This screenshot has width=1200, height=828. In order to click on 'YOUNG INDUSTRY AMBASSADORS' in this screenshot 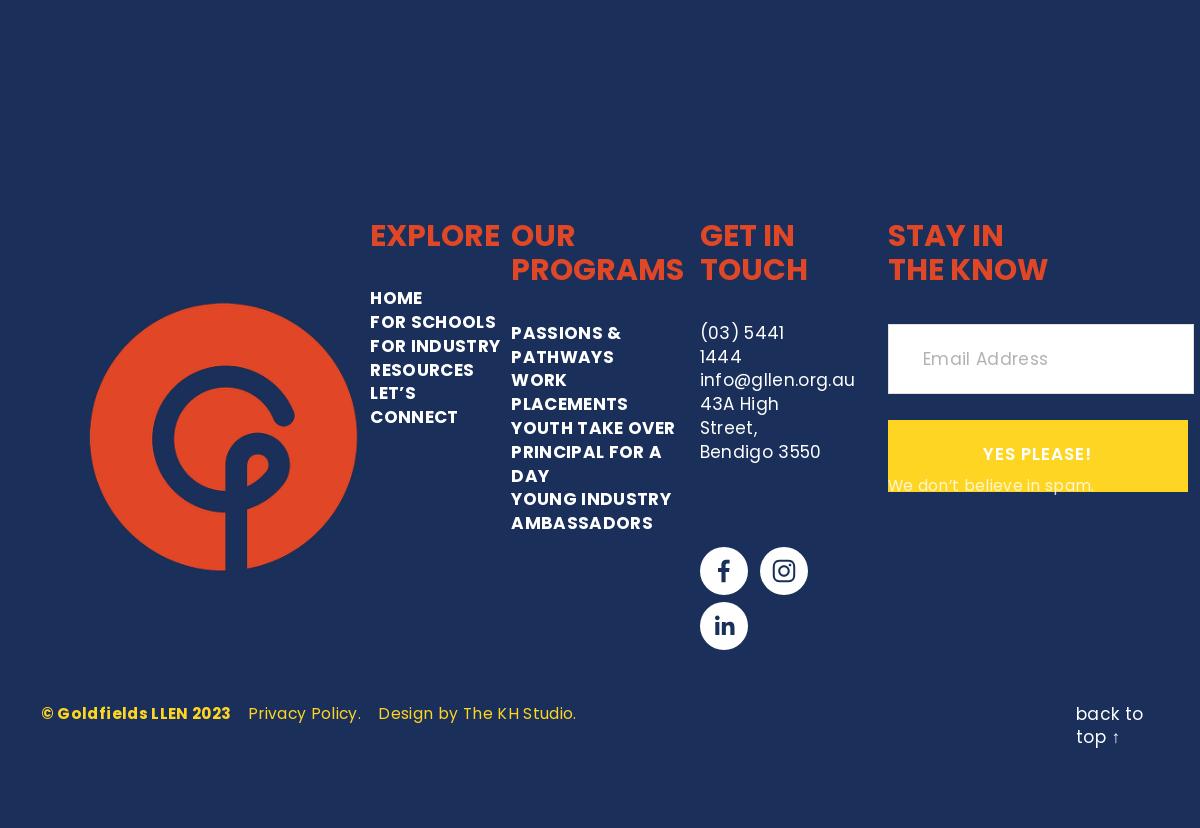, I will do `click(509, 313)`.